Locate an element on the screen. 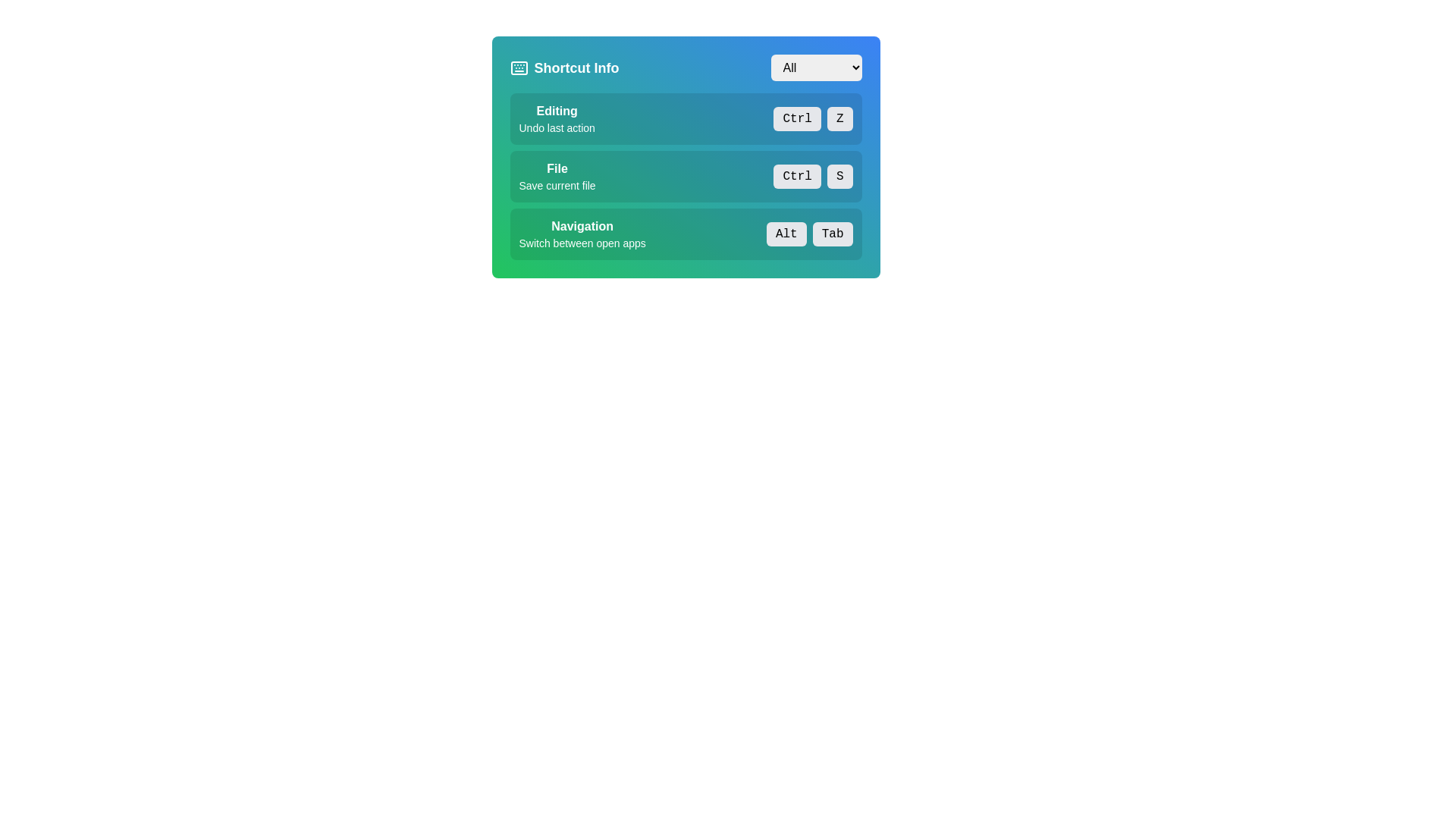 The image size is (1456, 819). the word 'All' in the 'Shortcut Info' title bar is located at coordinates (685, 67).